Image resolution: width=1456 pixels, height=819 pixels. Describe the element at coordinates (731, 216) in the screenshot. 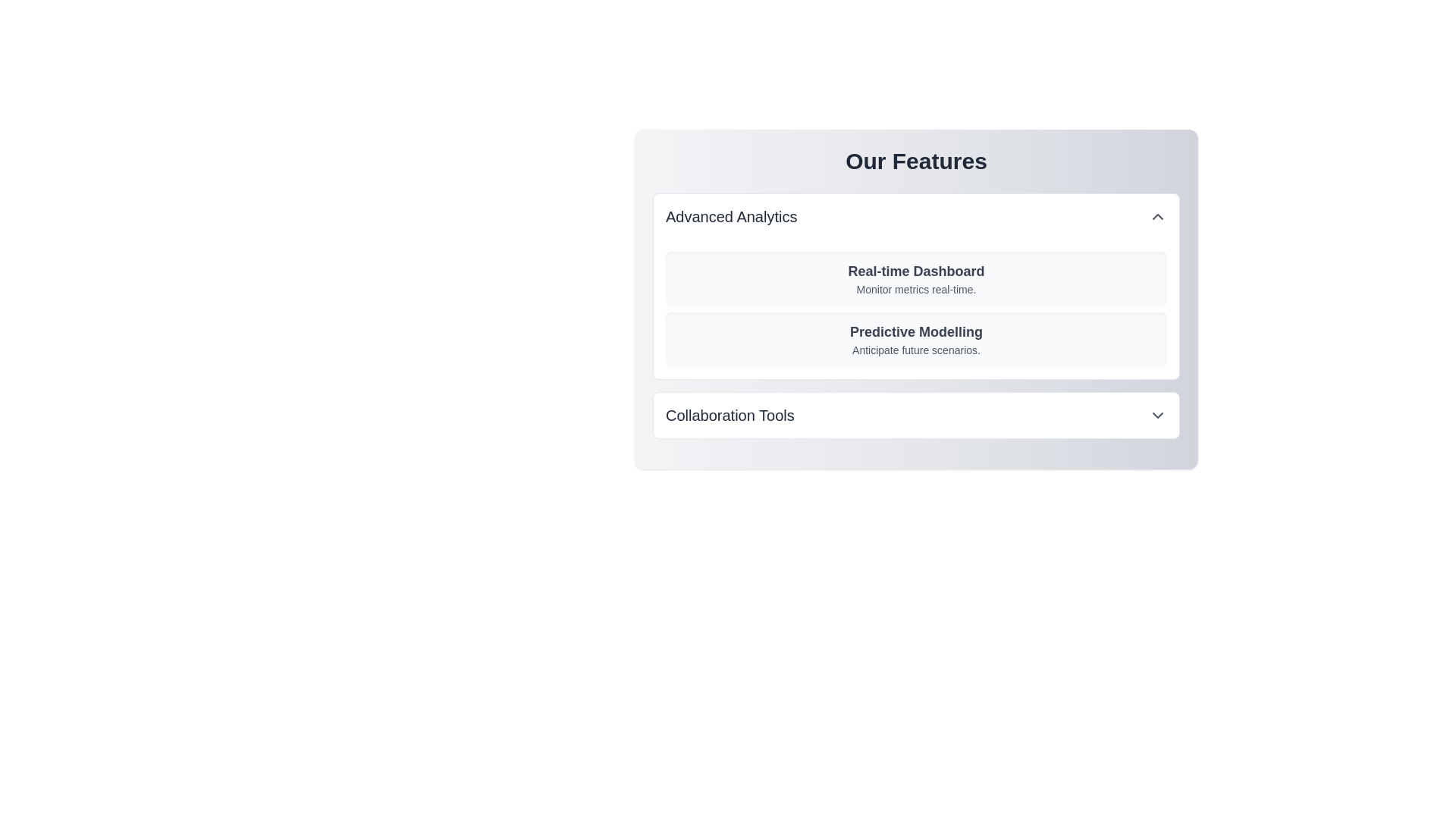

I see `the text label reading 'Advanced Analytics' which is styled with a dark gray color on a light gray background, located in the 'Our Features' section` at that location.